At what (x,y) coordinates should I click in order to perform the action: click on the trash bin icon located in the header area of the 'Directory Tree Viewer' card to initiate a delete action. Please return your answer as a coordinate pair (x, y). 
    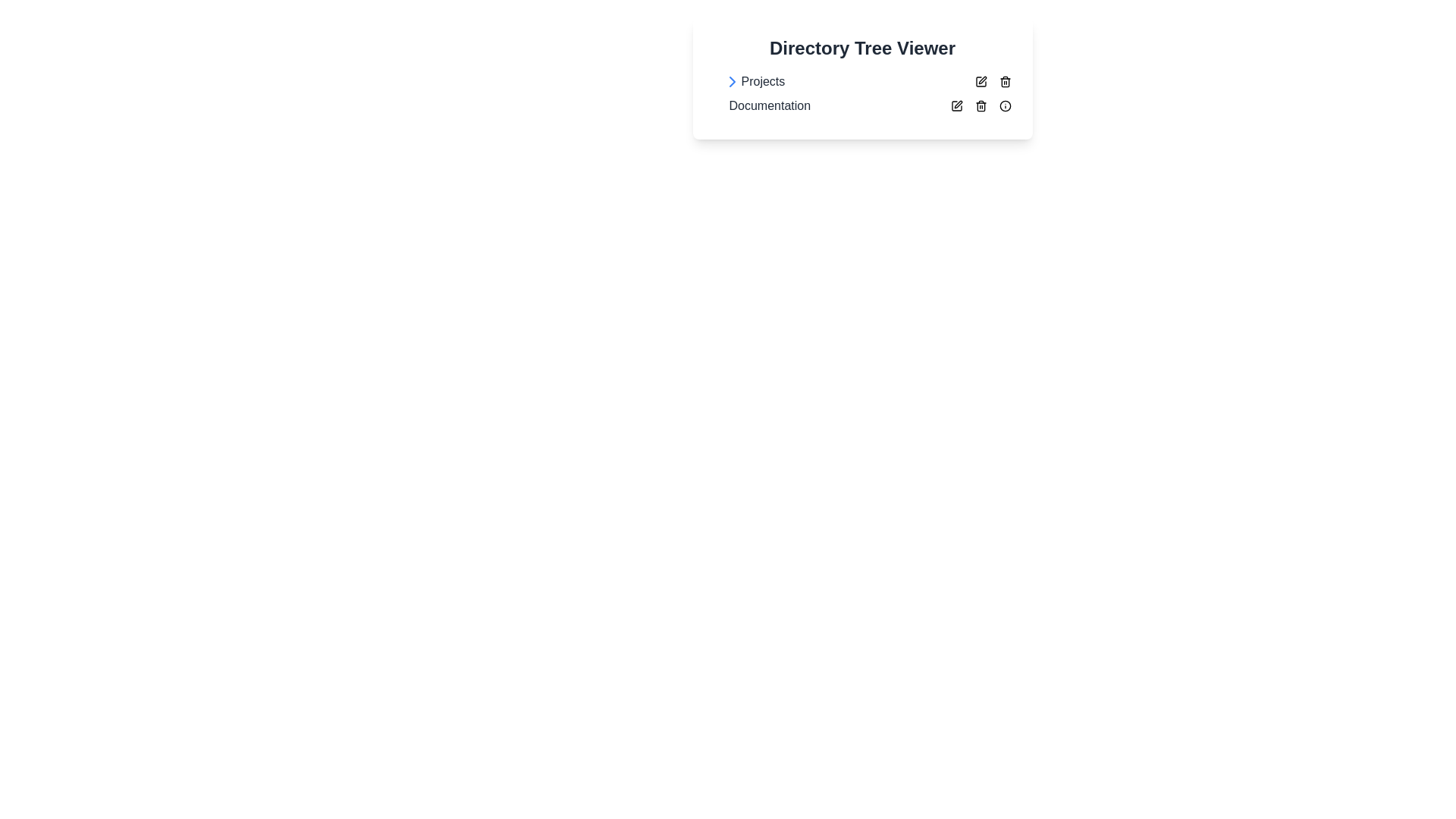
    Looking at the image, I should click on (981, 105).